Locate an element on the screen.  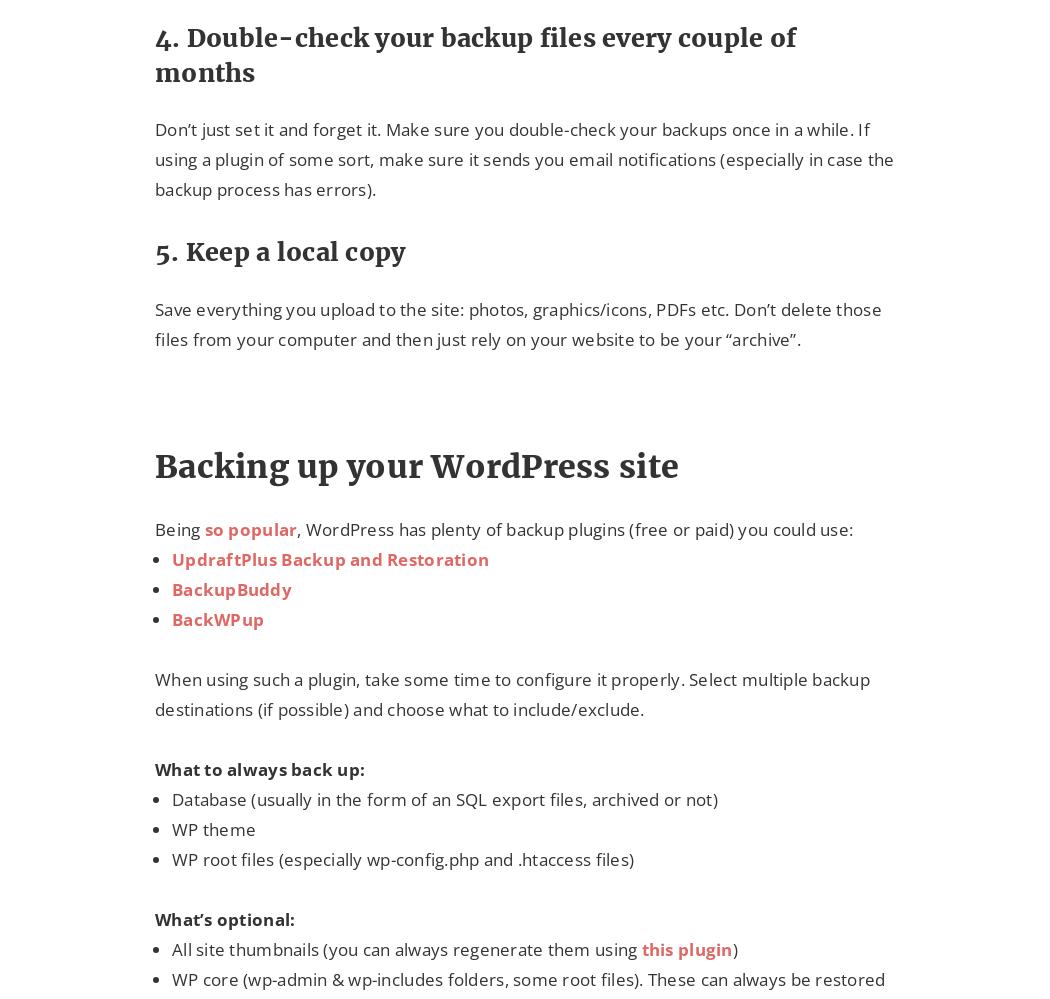
'What’s optional:' is located at coordinates (225, 918).